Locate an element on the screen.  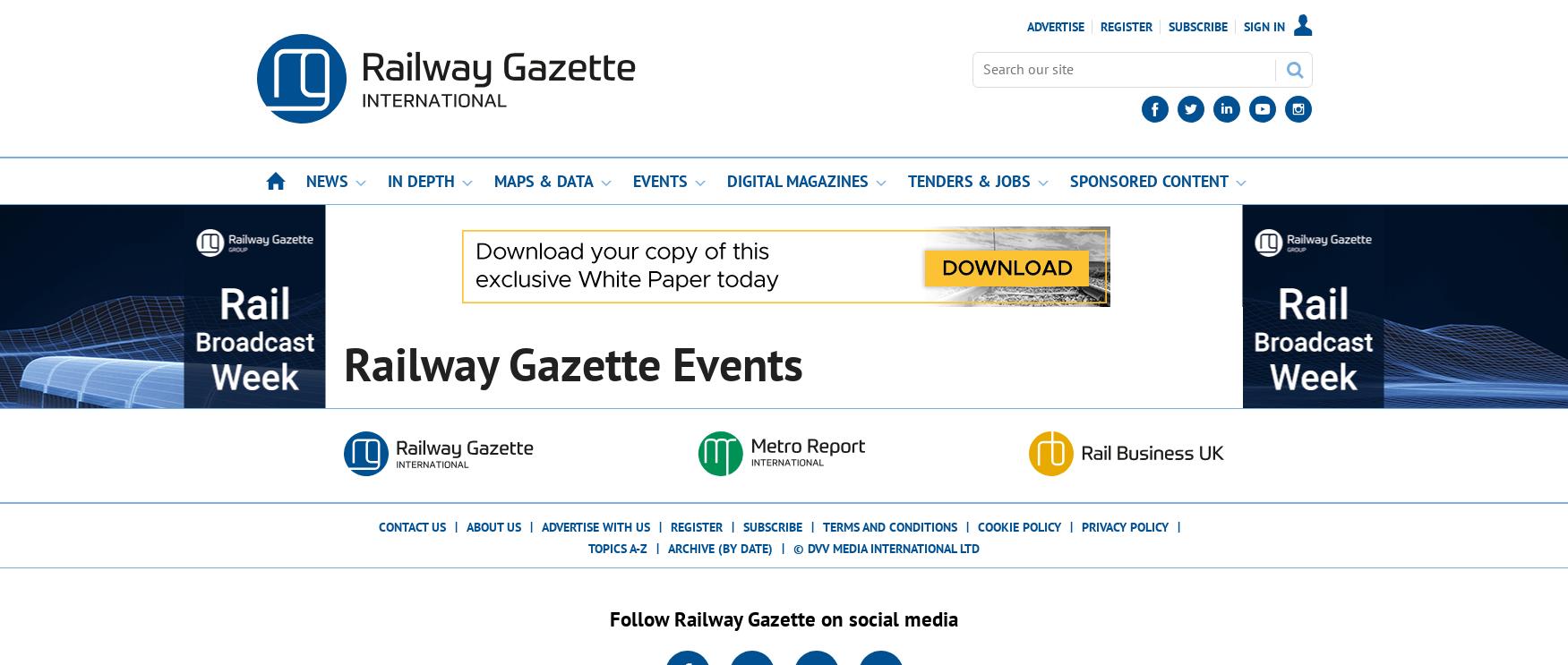
'Railway Gazette Events' is located at coordinates (571, 363).